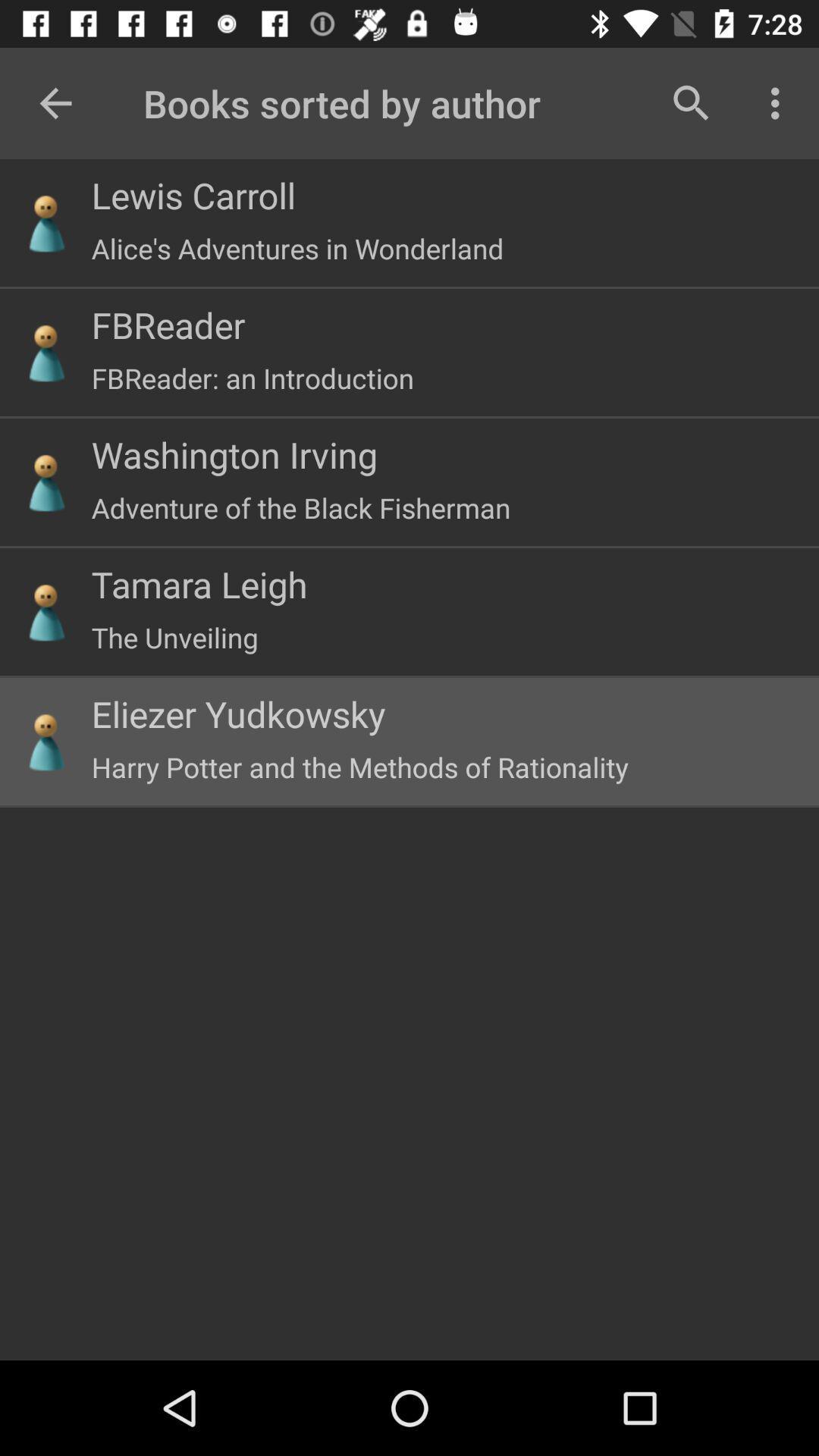 Image resolution: width=819 pixels, height=1456 pixels. I want to click on the icon above the unveiling, so click(199, 583).